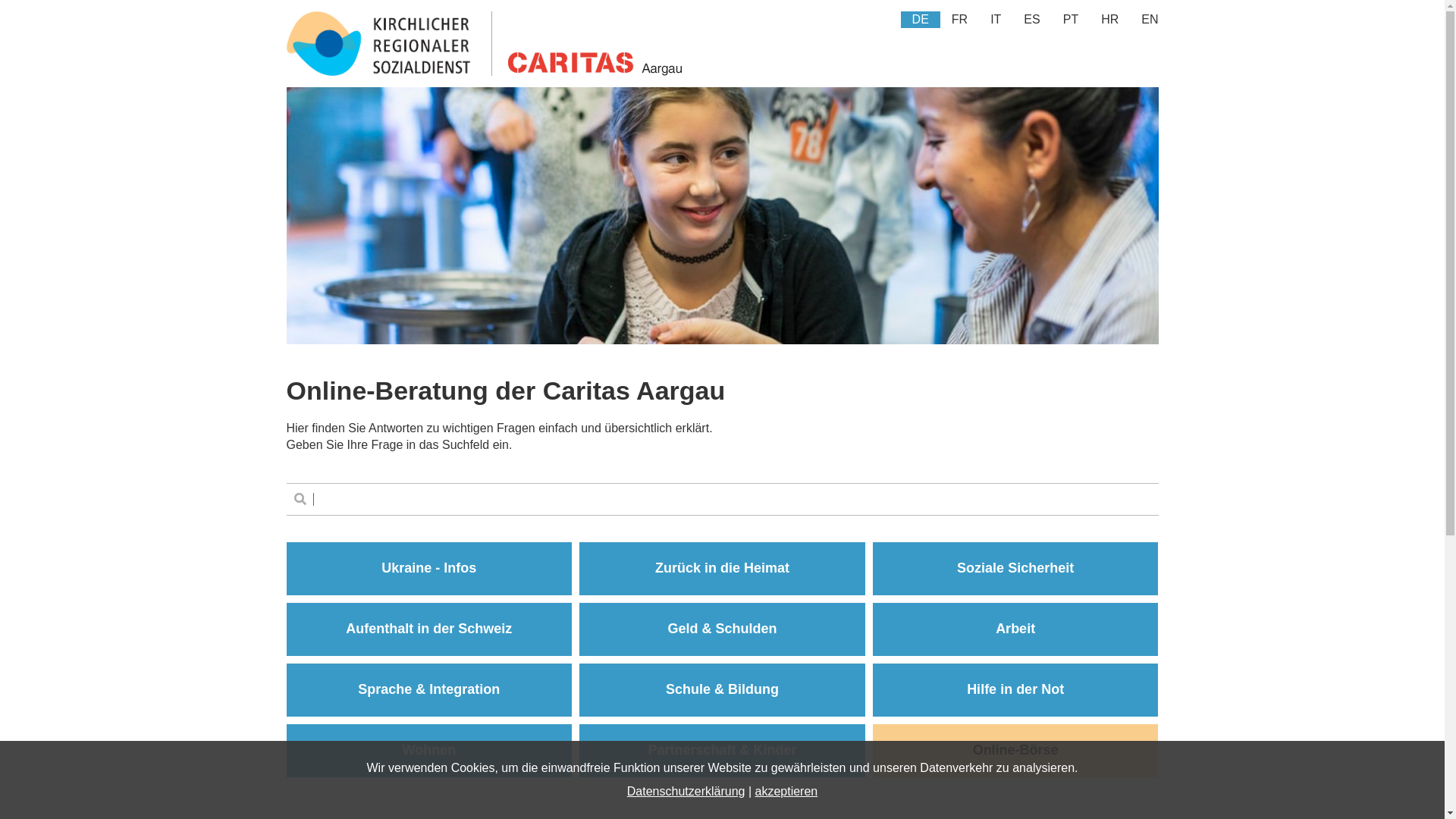 The height and width of the screenshot is (819, 1456). I want to click on 'Partnerschaft & Kinder', so click(721, 751).